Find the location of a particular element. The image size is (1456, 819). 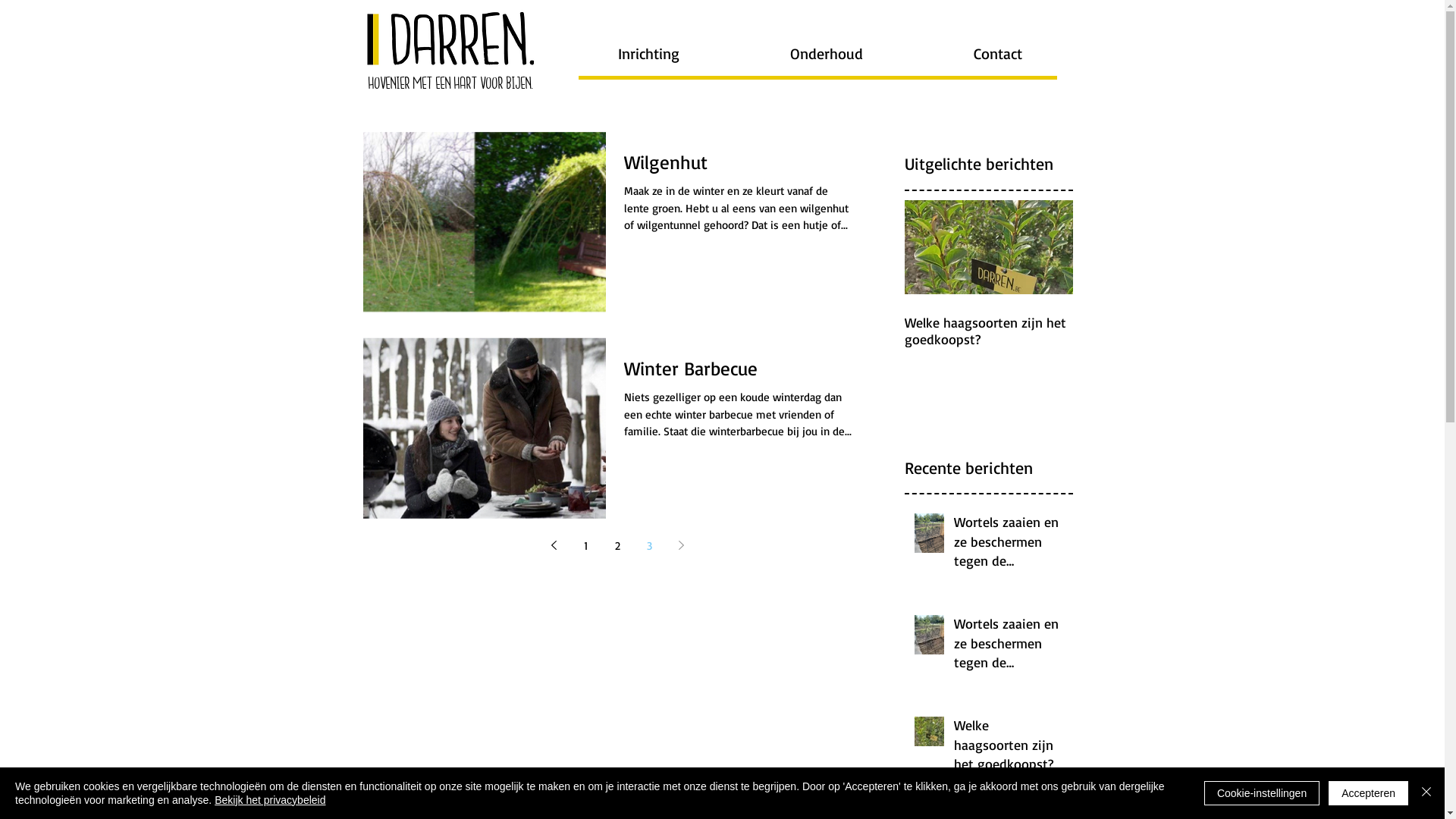

'Cookie-instellingen' is located at coordinates (1262, 792).